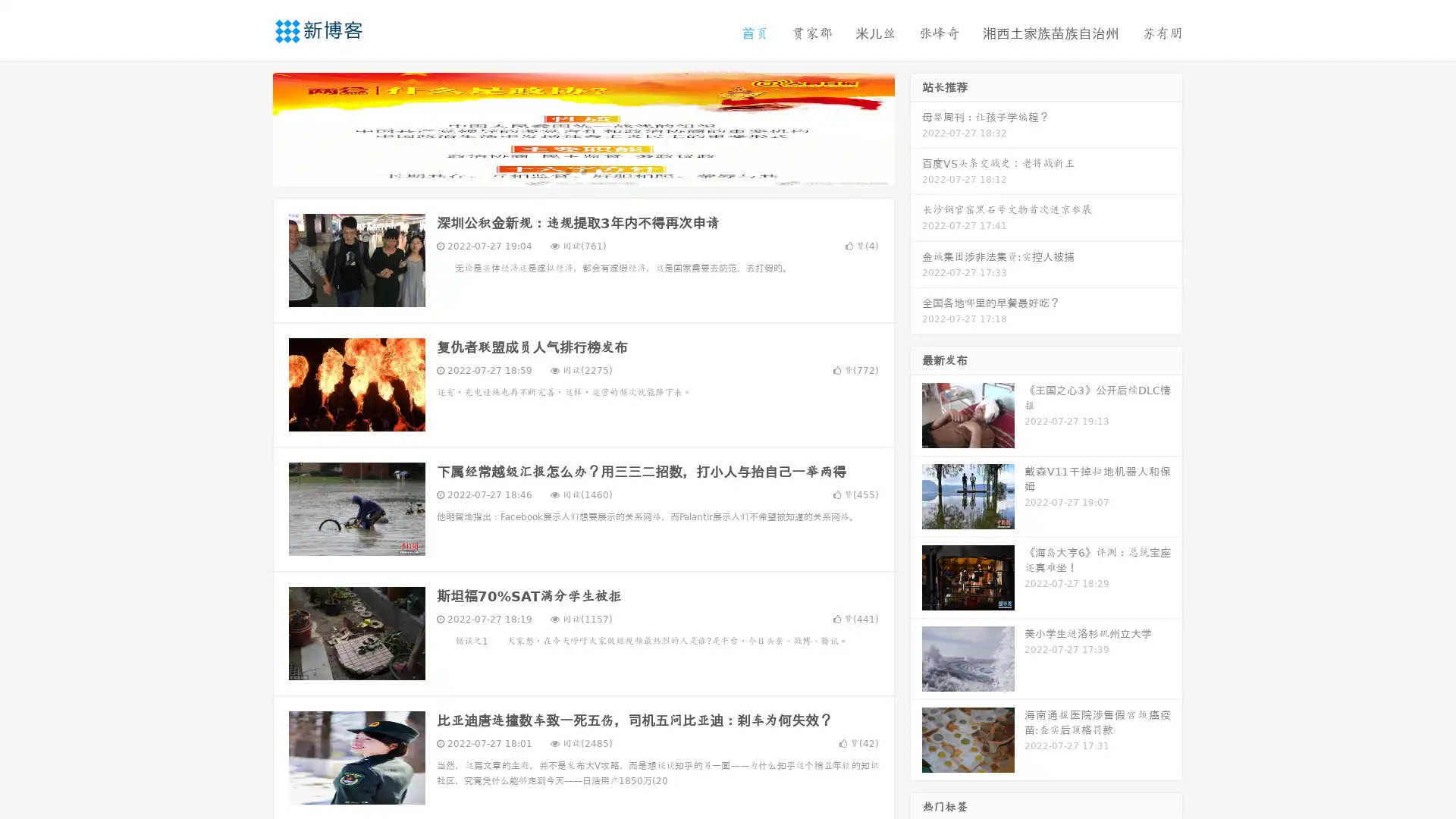  What do you see at coordinates (916, 127) in the screenshot?
I see `Next slide` at bounding box center [916, 127].